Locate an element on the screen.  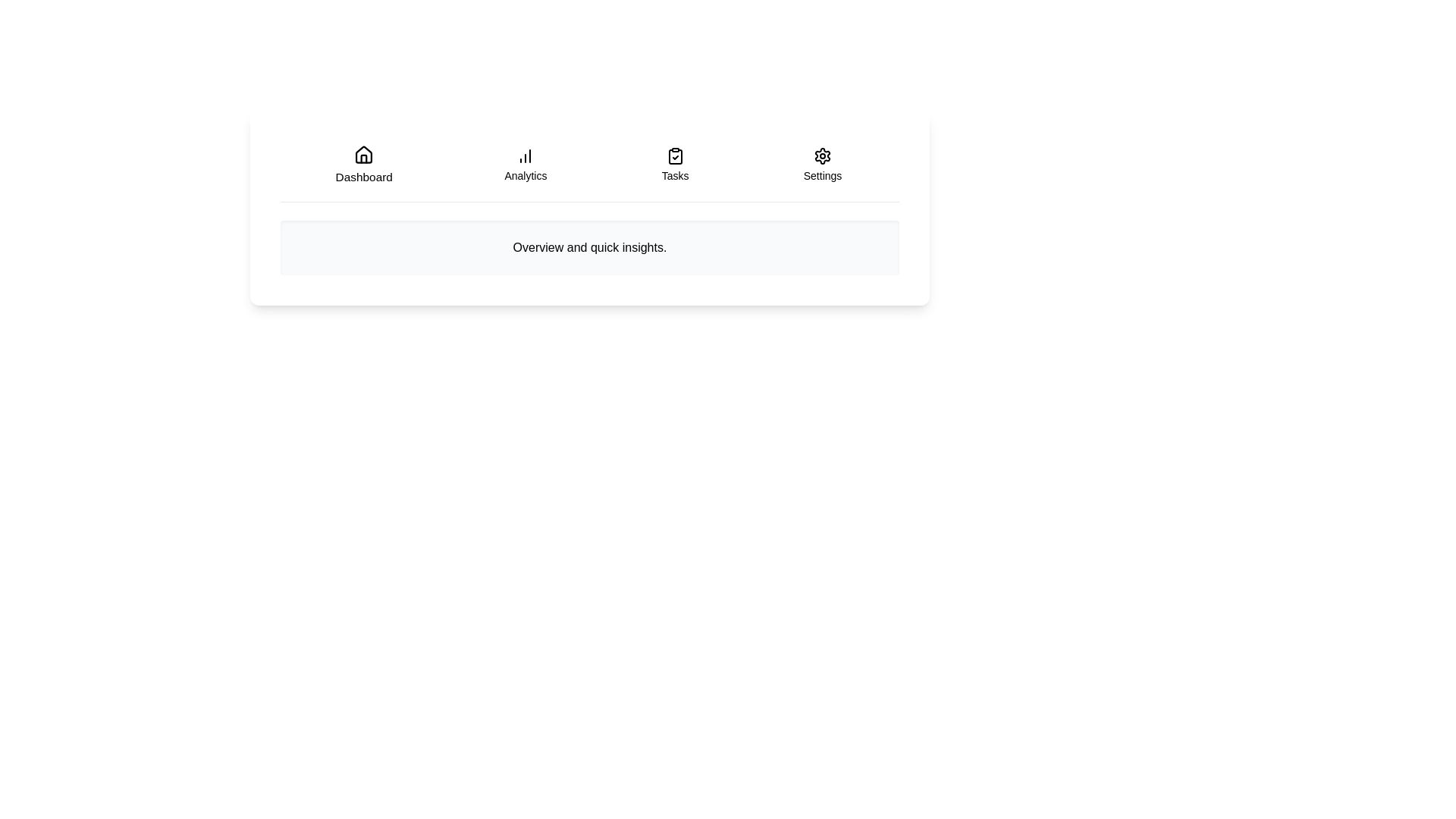
the gear-shaped settings icon located is located at coordinates (821, 155).